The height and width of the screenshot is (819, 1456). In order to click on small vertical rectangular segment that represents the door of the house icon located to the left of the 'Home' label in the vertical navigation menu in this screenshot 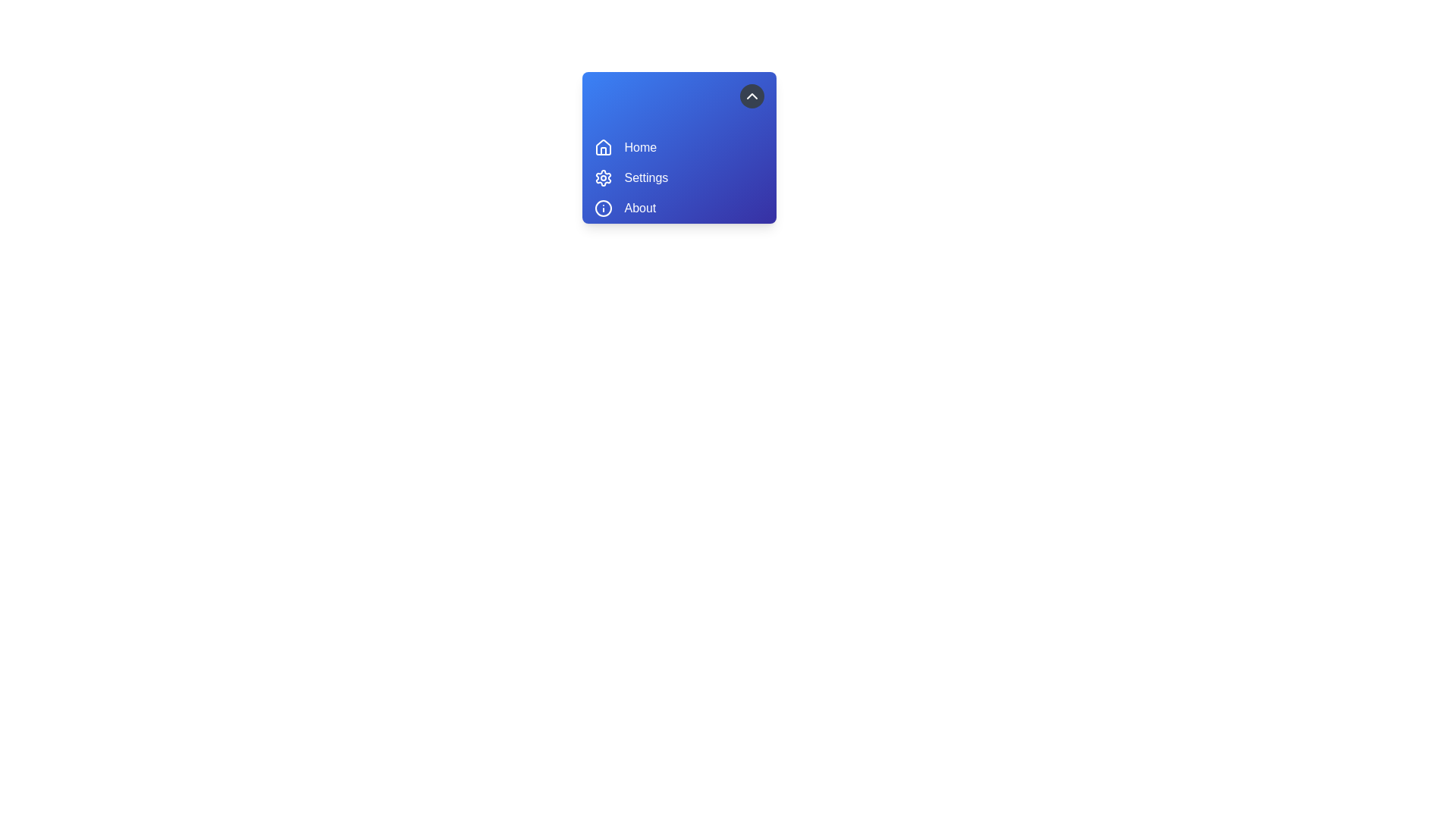, I will do `click(602, 151)`.